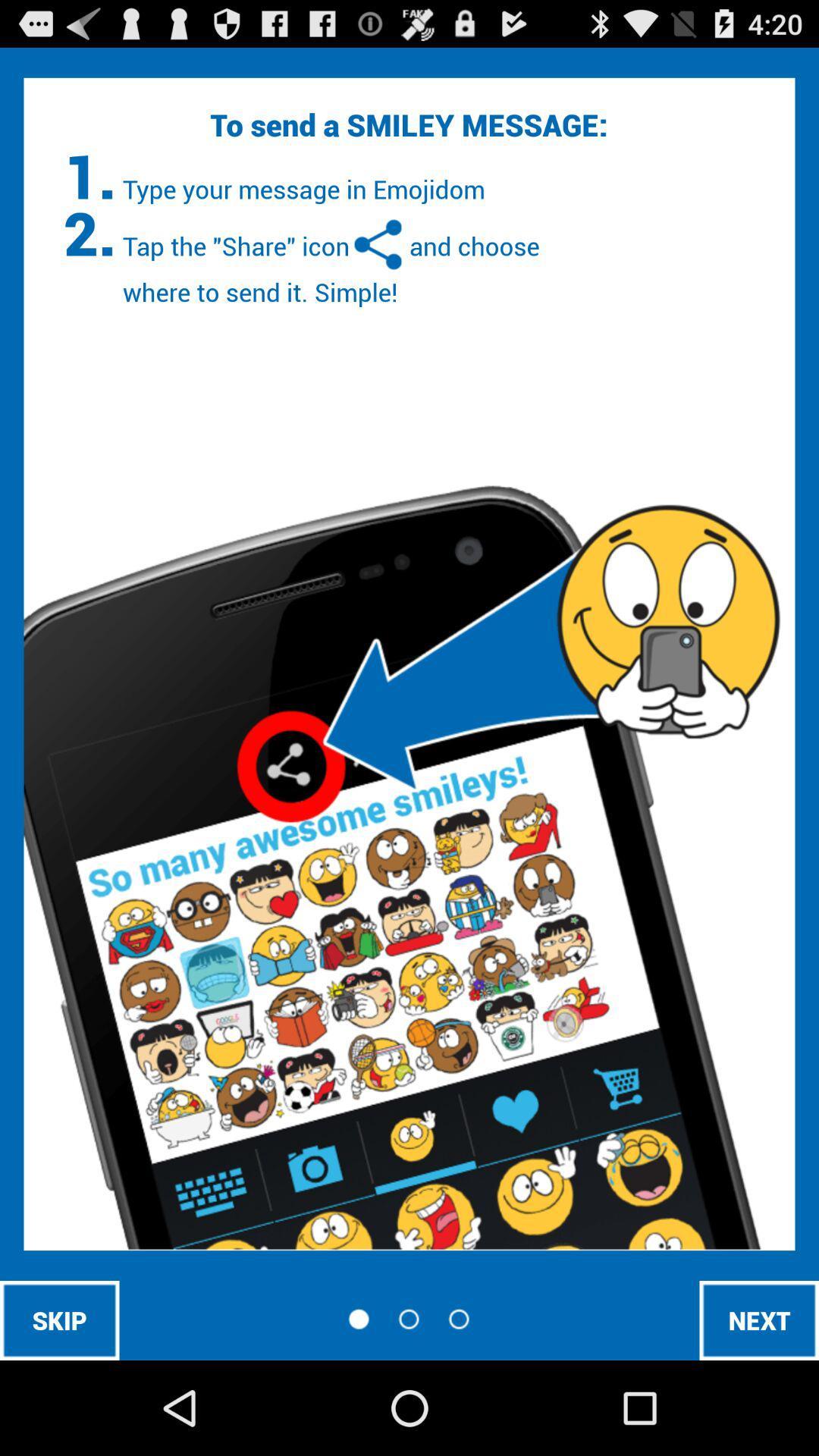 This screenshot has width=819, height=1456. Describe the element at coordinates (58, 1319) in the screenshot. I see `skip at the bottom left corner` at that location.